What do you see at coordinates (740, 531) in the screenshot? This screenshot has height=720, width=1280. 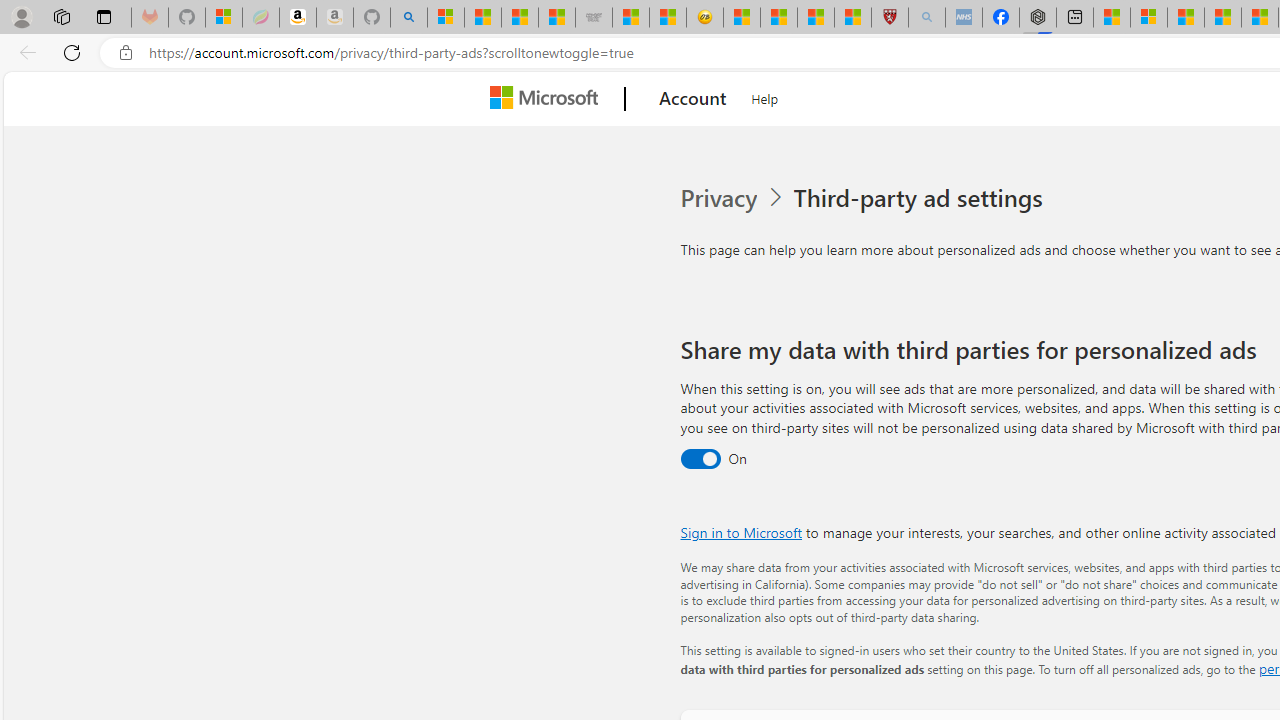 I see `'Sign in to Microsoft'` at bounding box center [740, 531].